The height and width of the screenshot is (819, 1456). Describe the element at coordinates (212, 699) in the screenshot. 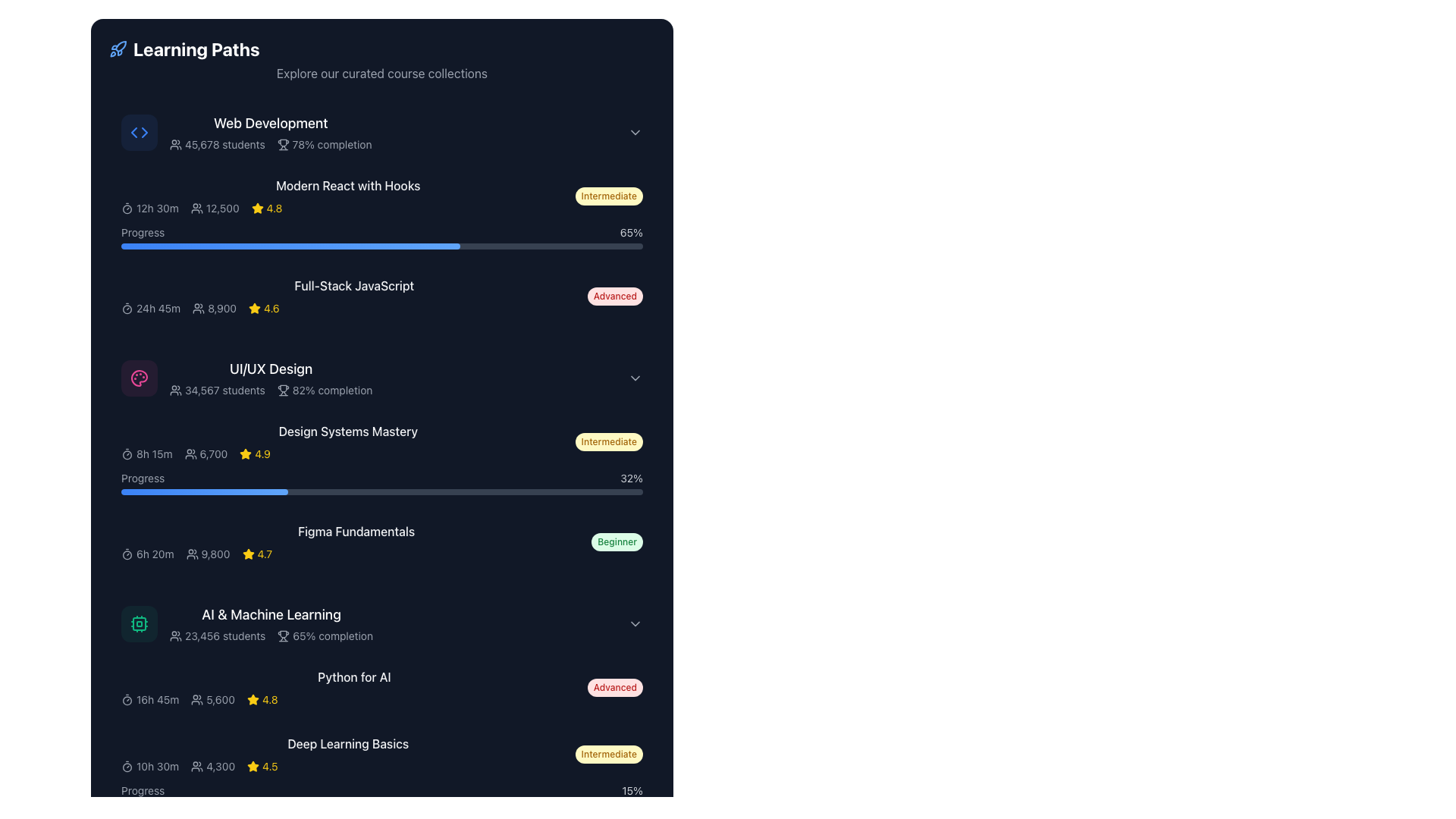

I see `the Text with icon that indicates the approximate number of participants or students in the associated course, located after the time display '16h 45m' and before the rating '4.8'` at that location.